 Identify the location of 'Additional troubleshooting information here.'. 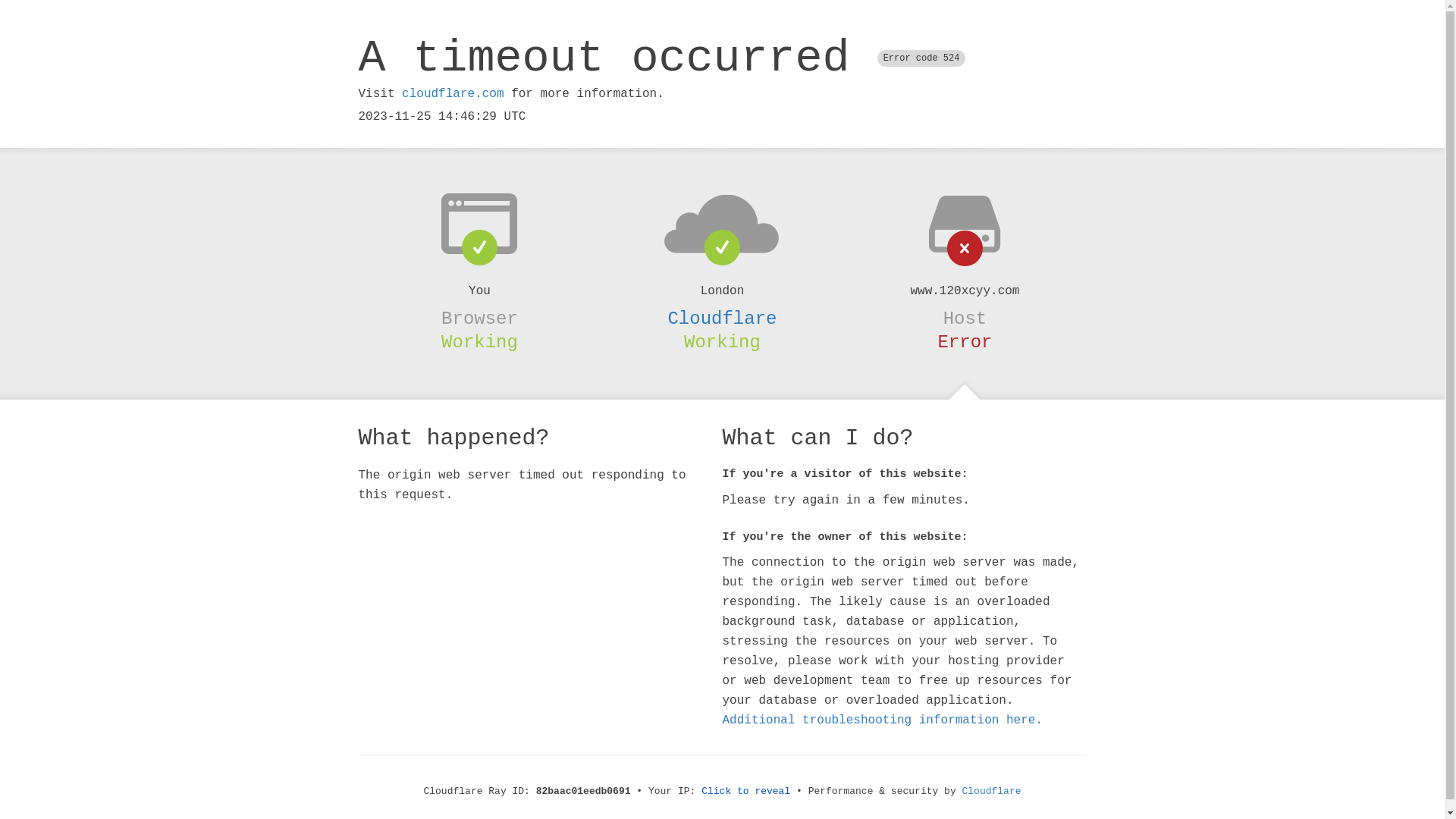
(881, 719).